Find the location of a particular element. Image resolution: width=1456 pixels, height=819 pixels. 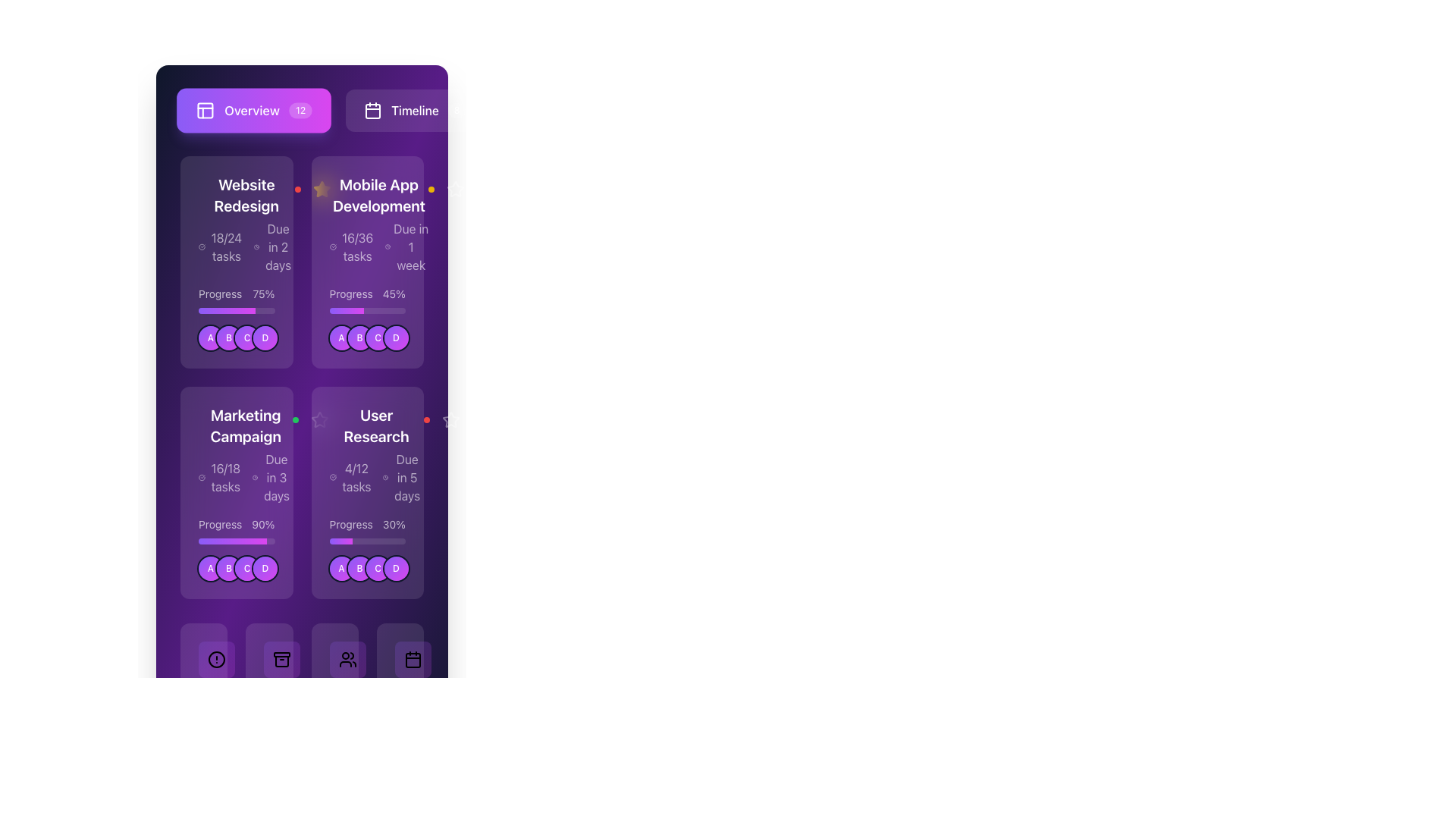

title Text Label that serves as a summary for the associated task card, located in the second row, first column of a grid within the application is located at coordinates (246, 426).